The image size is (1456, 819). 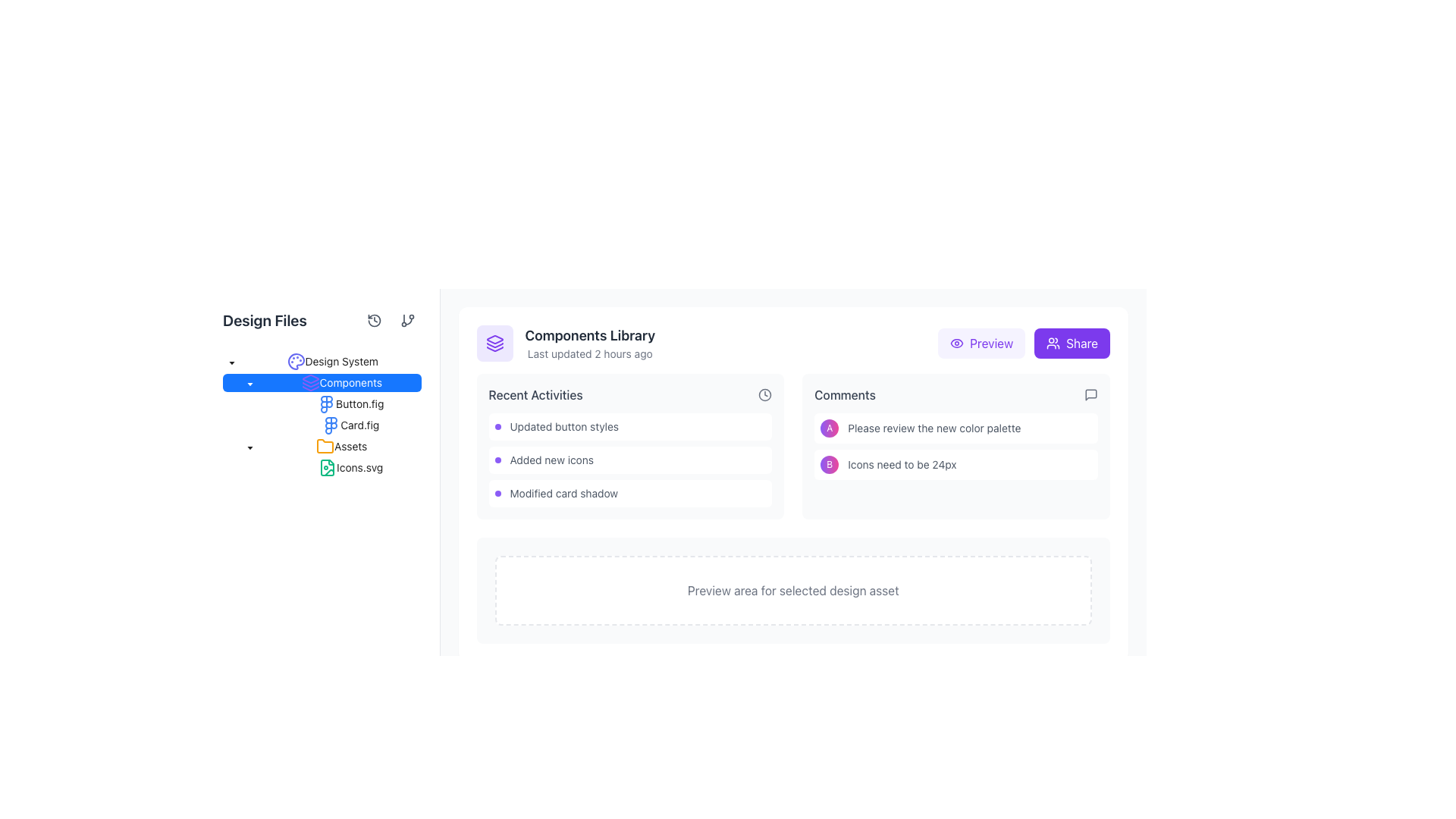 I want to click on the downward-pointing caret icon in the hierarchical navigation sidebar next to 'Design System', so click(x=231, y=362).